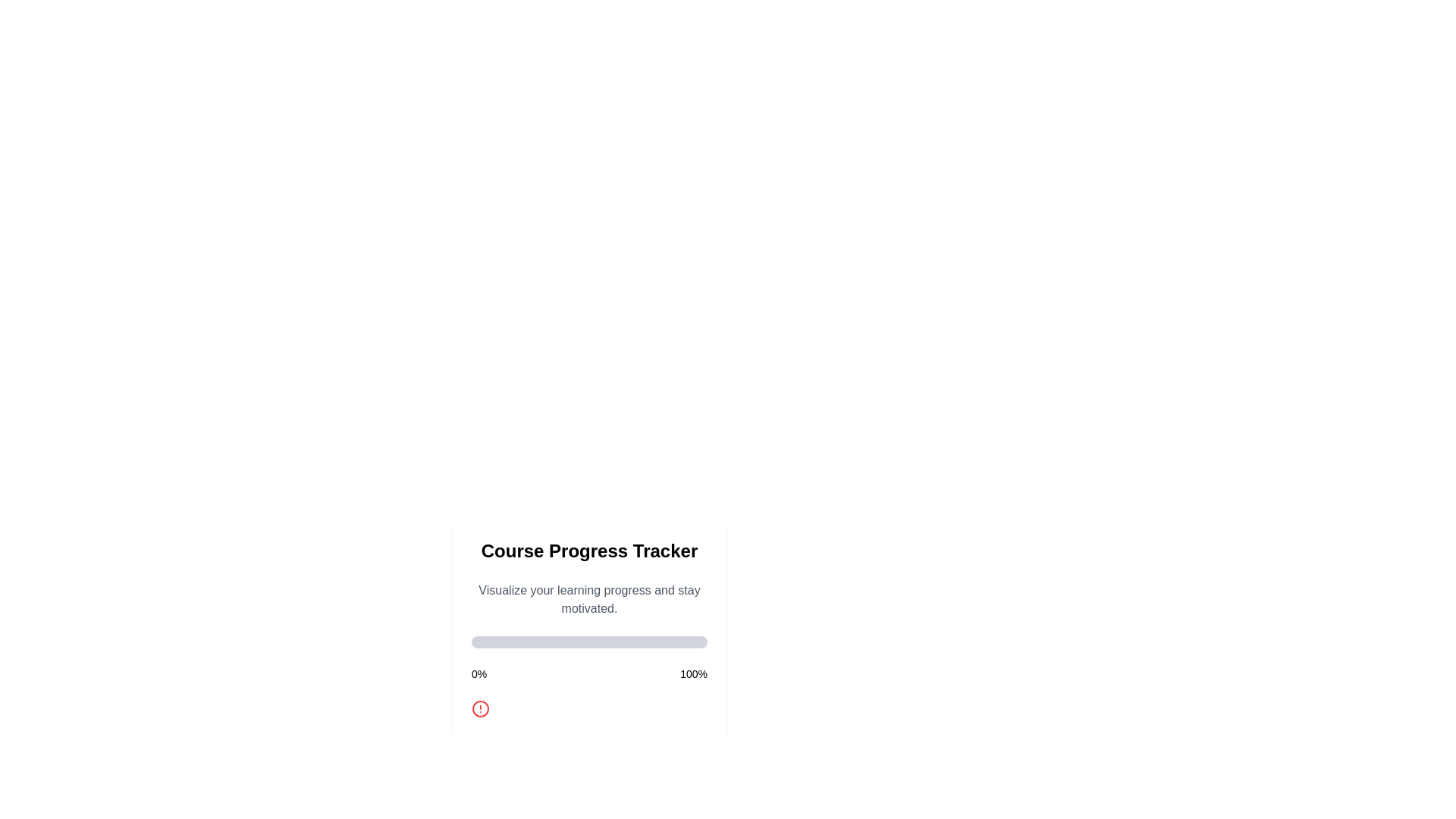  What do you see at coordinates (588, 551) in the screenshot?
I see `the black bold text block reading 'Course Progress Tracker' that is centrally aligned at the top of the card interface` at bounding box center [588, 551].